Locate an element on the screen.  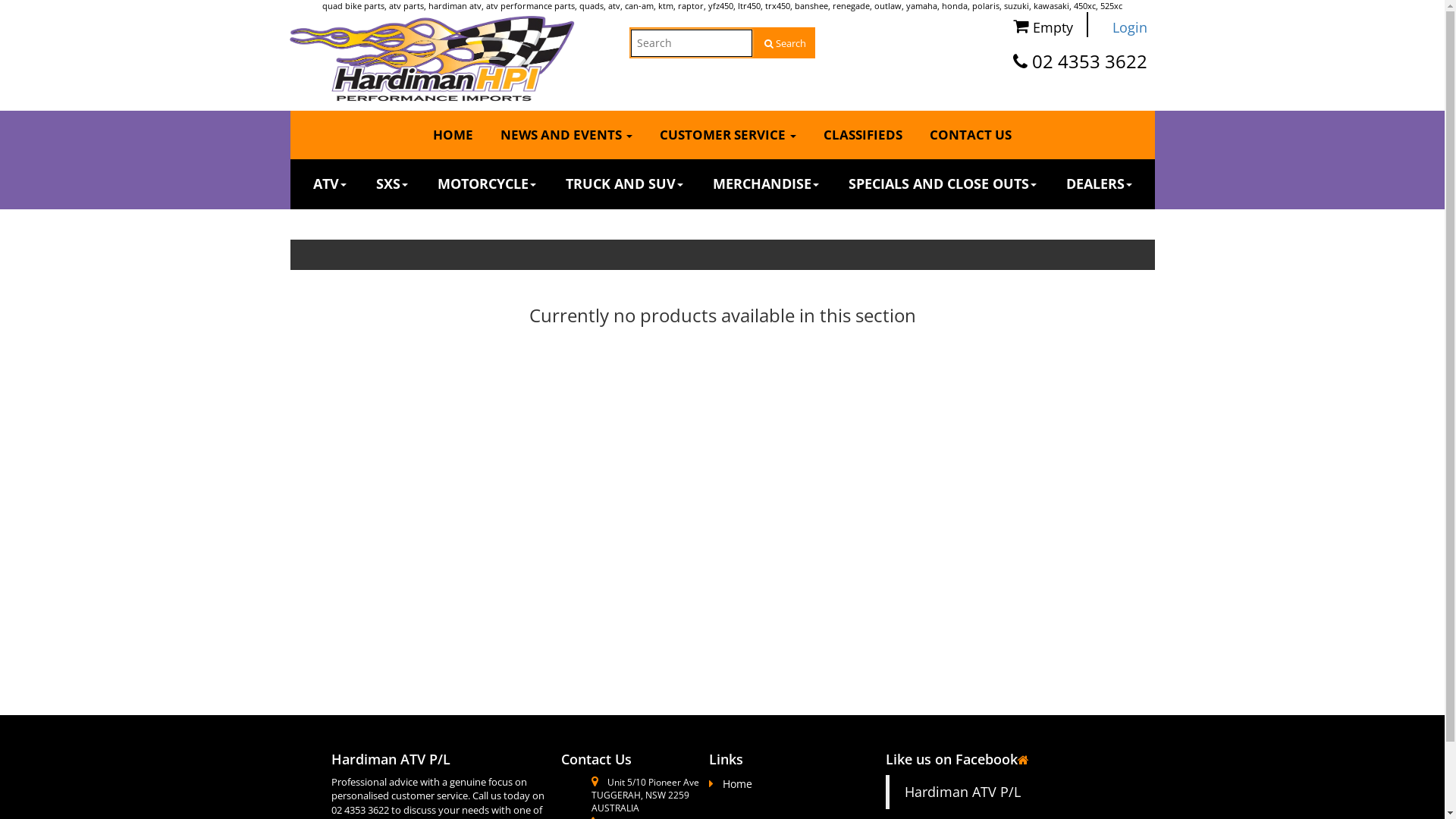
'MERCHANDISE' is located at coordinates (765, 184).